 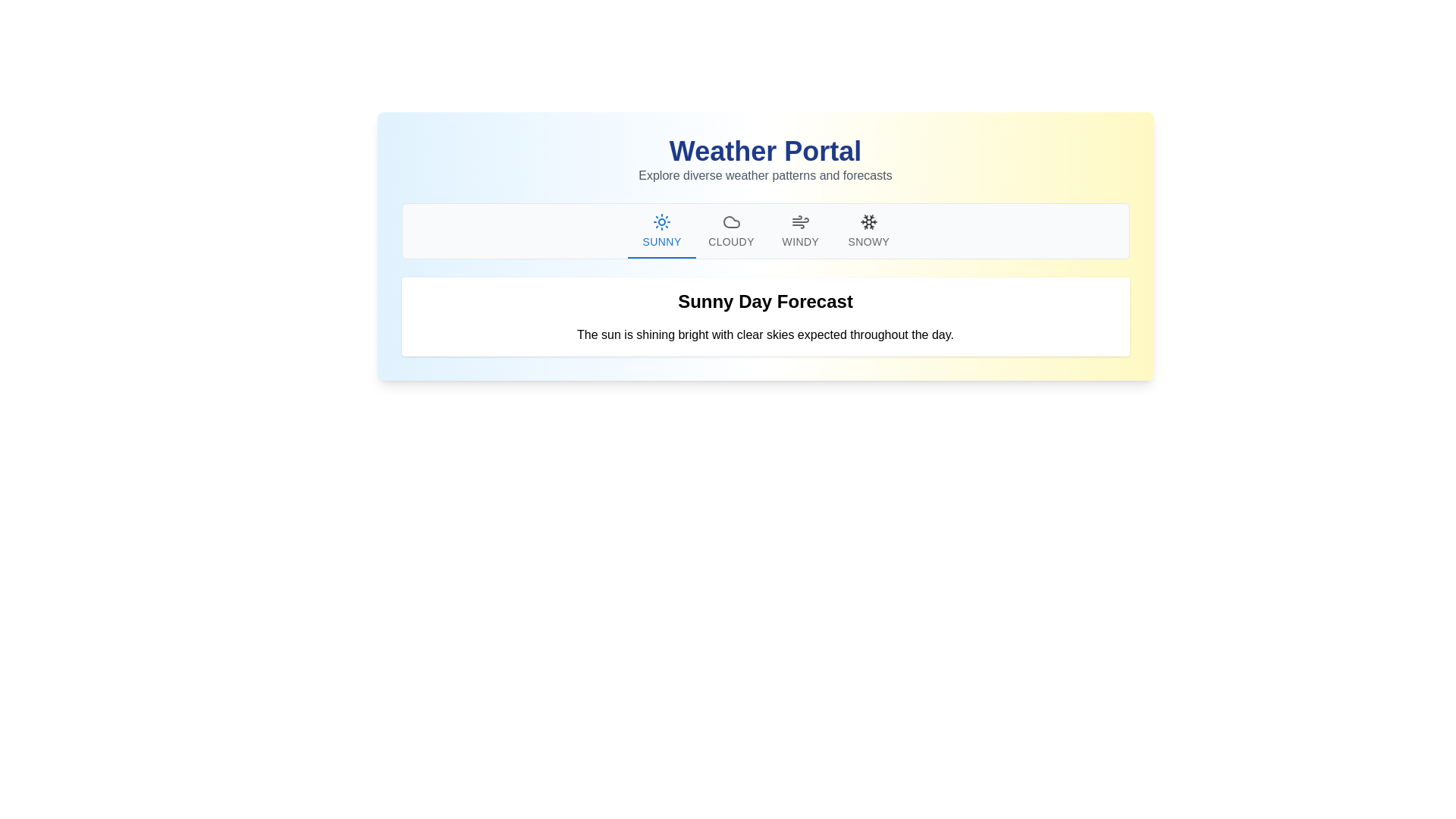 I want to click on the 'Sunny' weather icon in the weather selection menu, which is the first tab on the left under the 'Weather Portal' header, so click(x=662, y=222).